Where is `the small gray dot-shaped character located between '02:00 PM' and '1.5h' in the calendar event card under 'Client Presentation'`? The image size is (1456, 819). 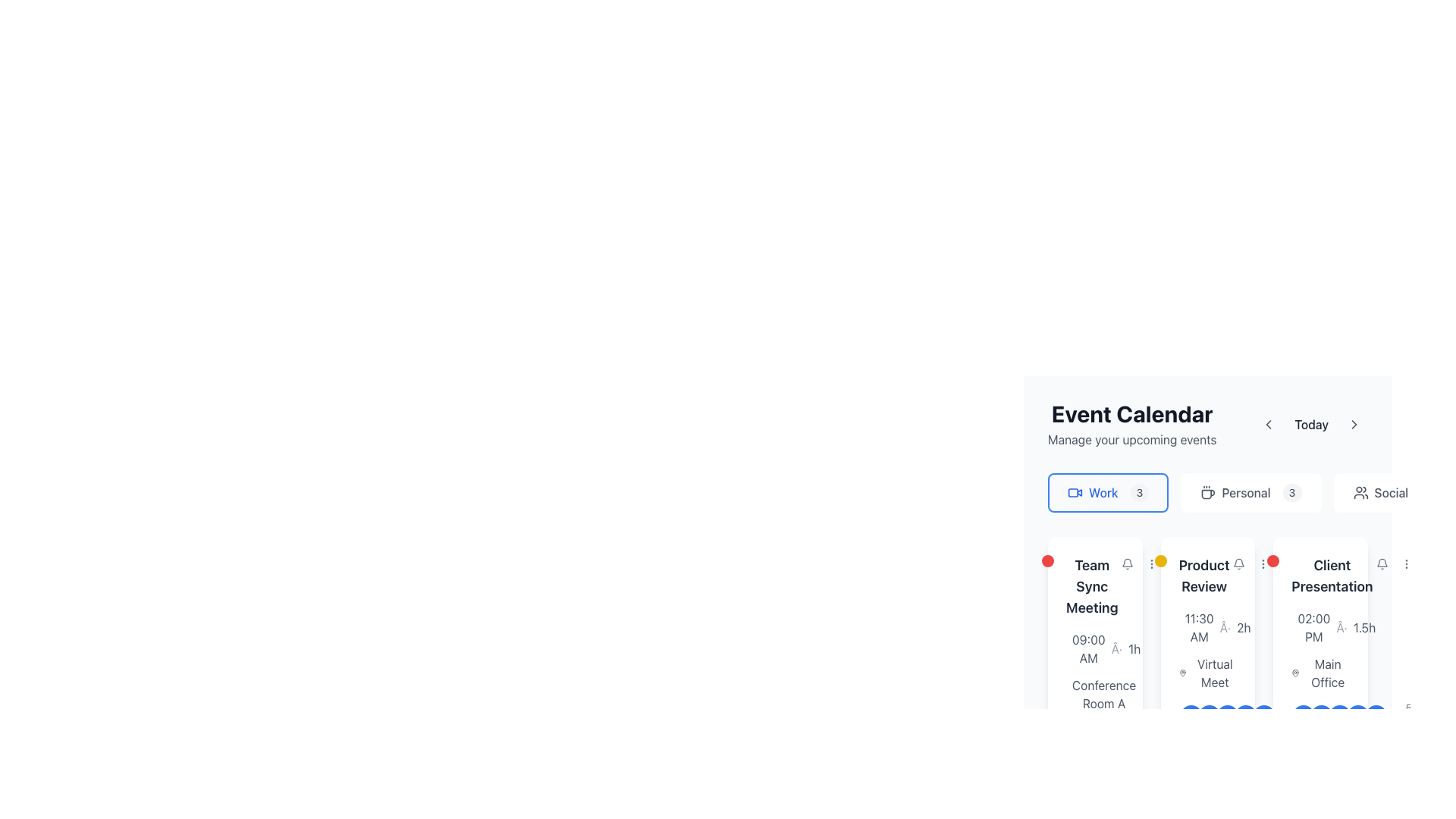
the small gray dot-shaped character located between '02:00 PM' and '1.5h' in the calendar event card under 'Client Presentation' is located at coordinates (1341, 628).